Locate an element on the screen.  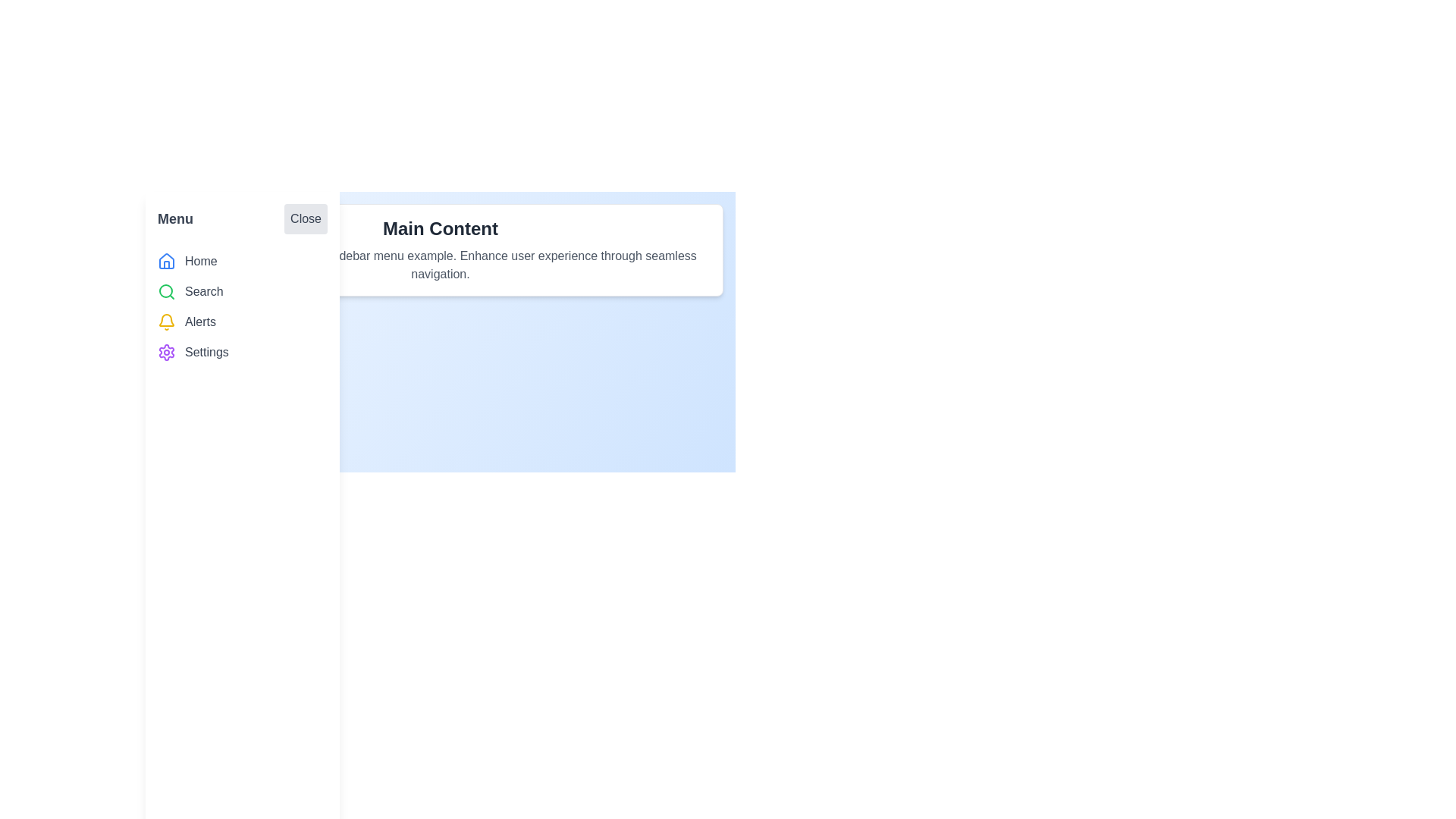
the 'Settings' text label, which is styled in gray sans-serif font and positioned next to a purple gear icon in the vertical menu on the left side of the interface is located at coordinates (206, 353).